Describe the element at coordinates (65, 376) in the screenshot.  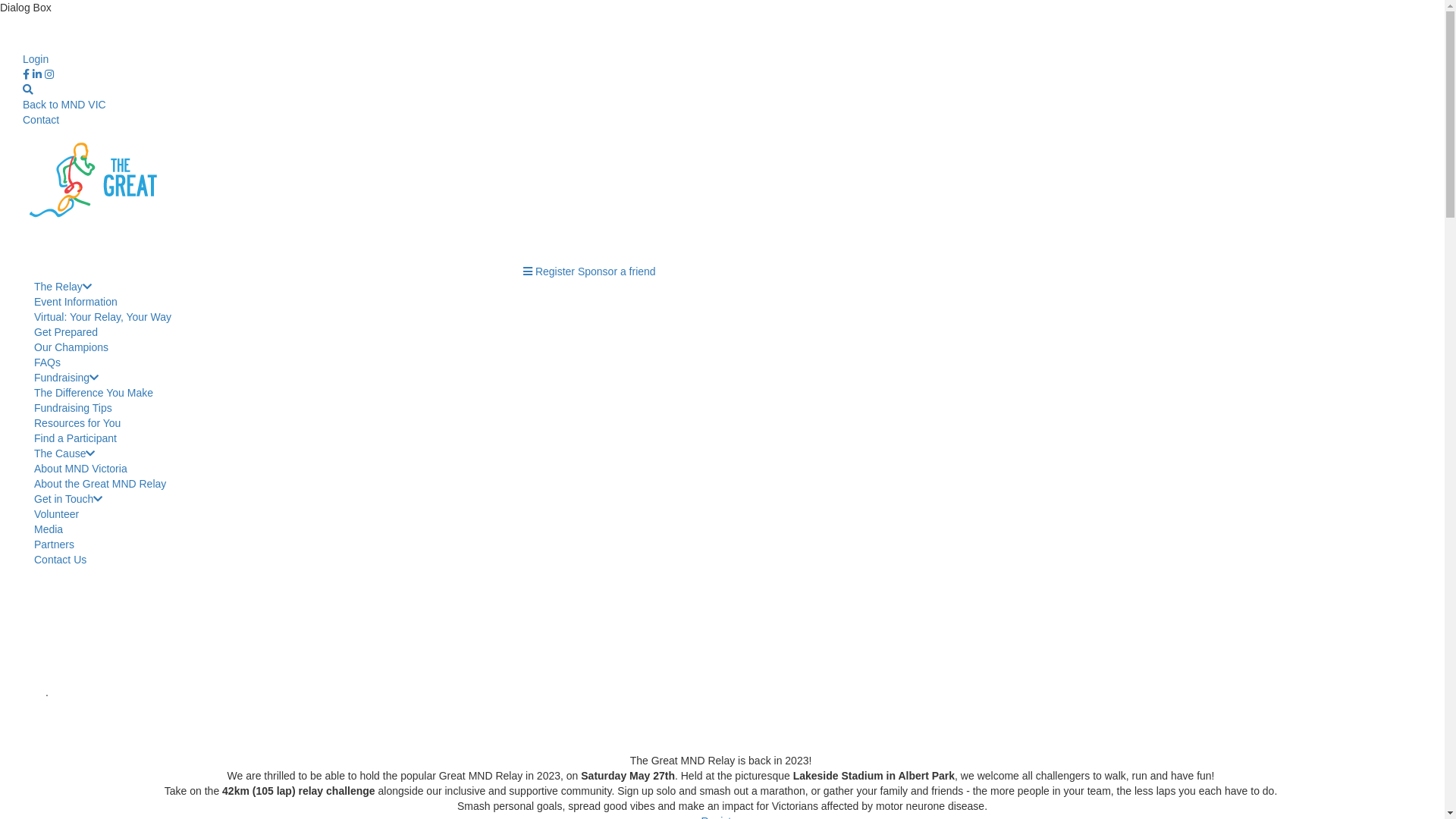
I see `'Fundraising'` at that location.